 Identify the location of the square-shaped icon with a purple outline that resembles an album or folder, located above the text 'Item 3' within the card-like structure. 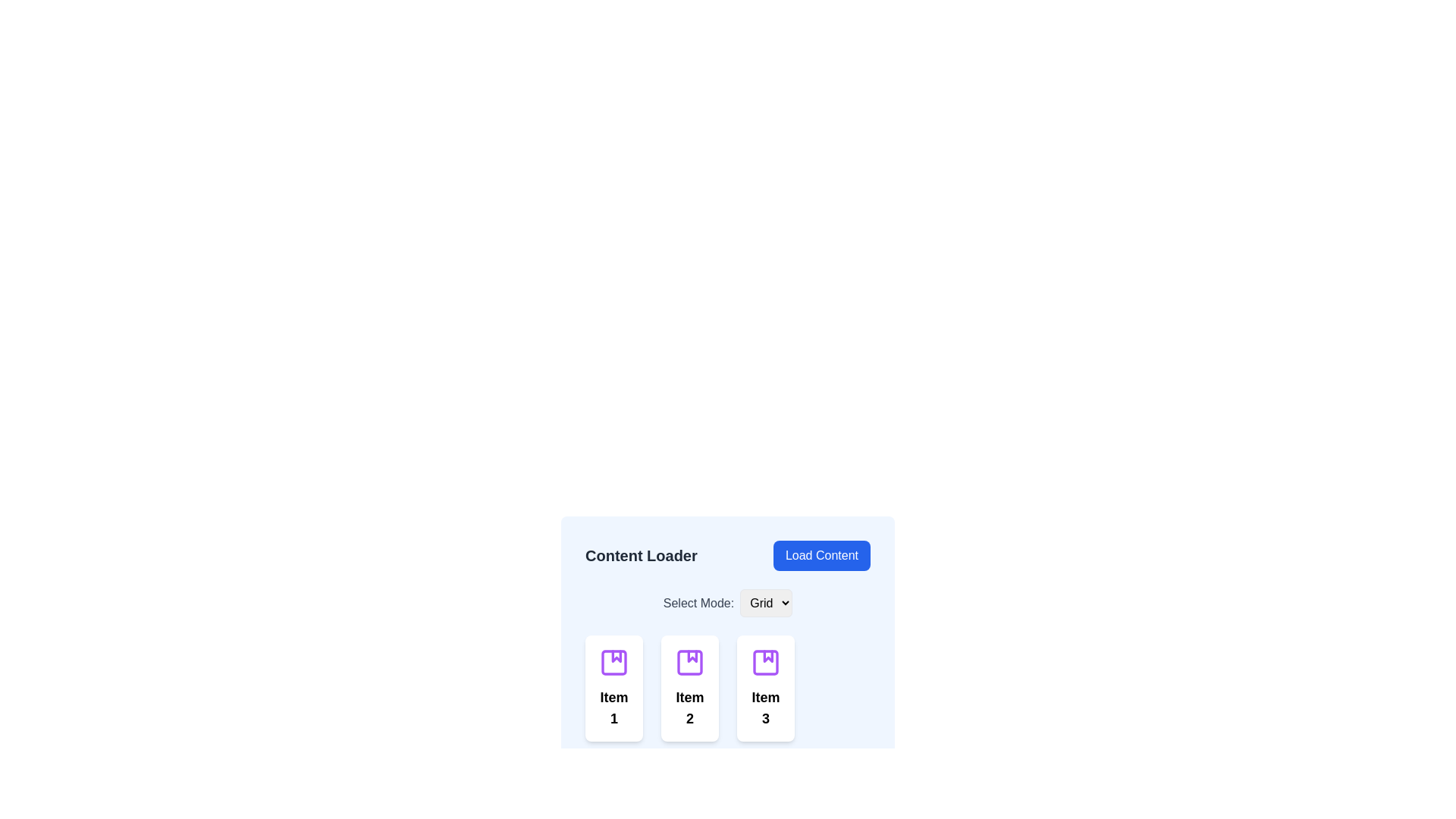
(765, 662).